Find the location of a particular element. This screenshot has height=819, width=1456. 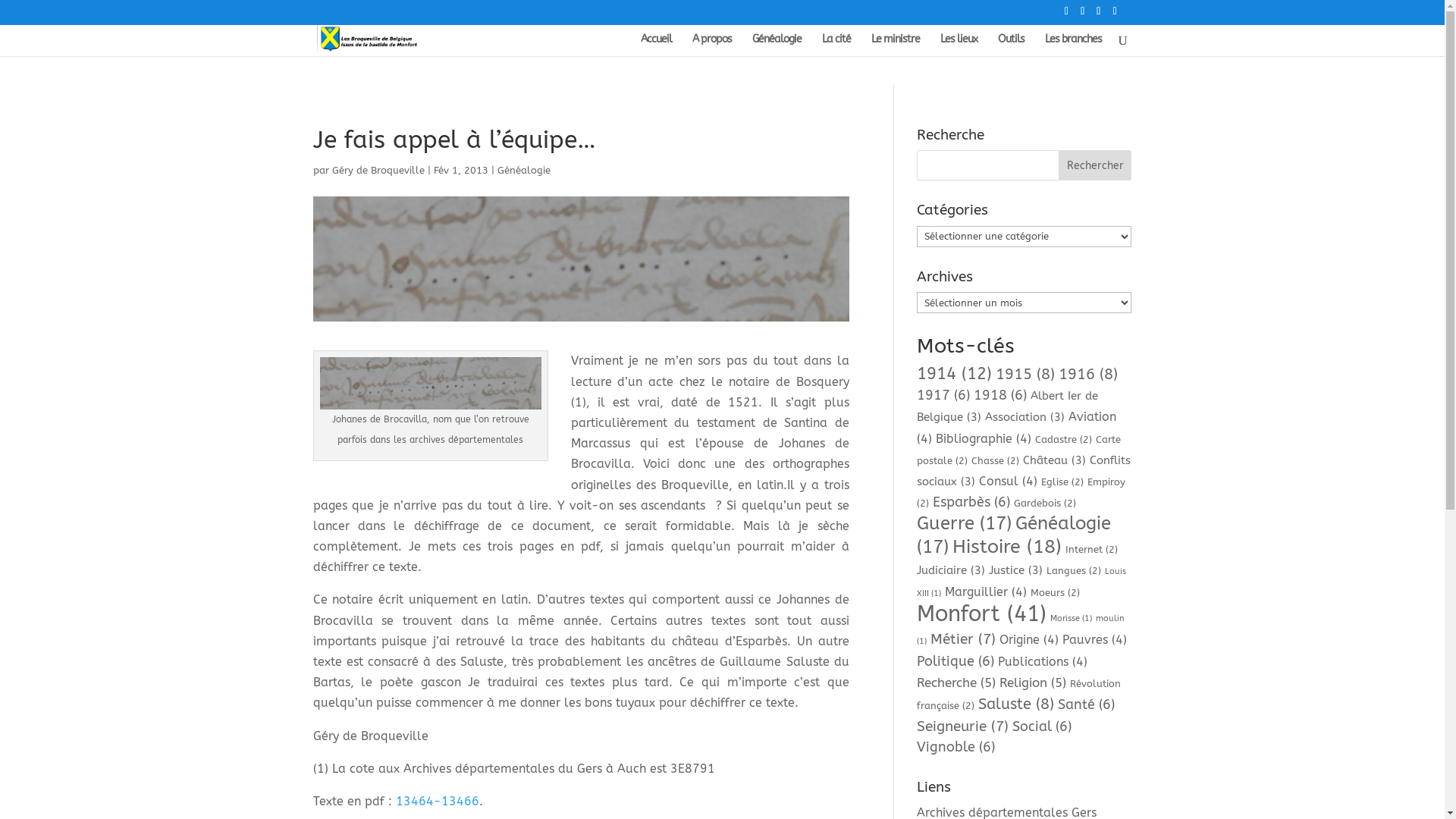

'Gardebois (2)' is located at coordinates (1043, 503).